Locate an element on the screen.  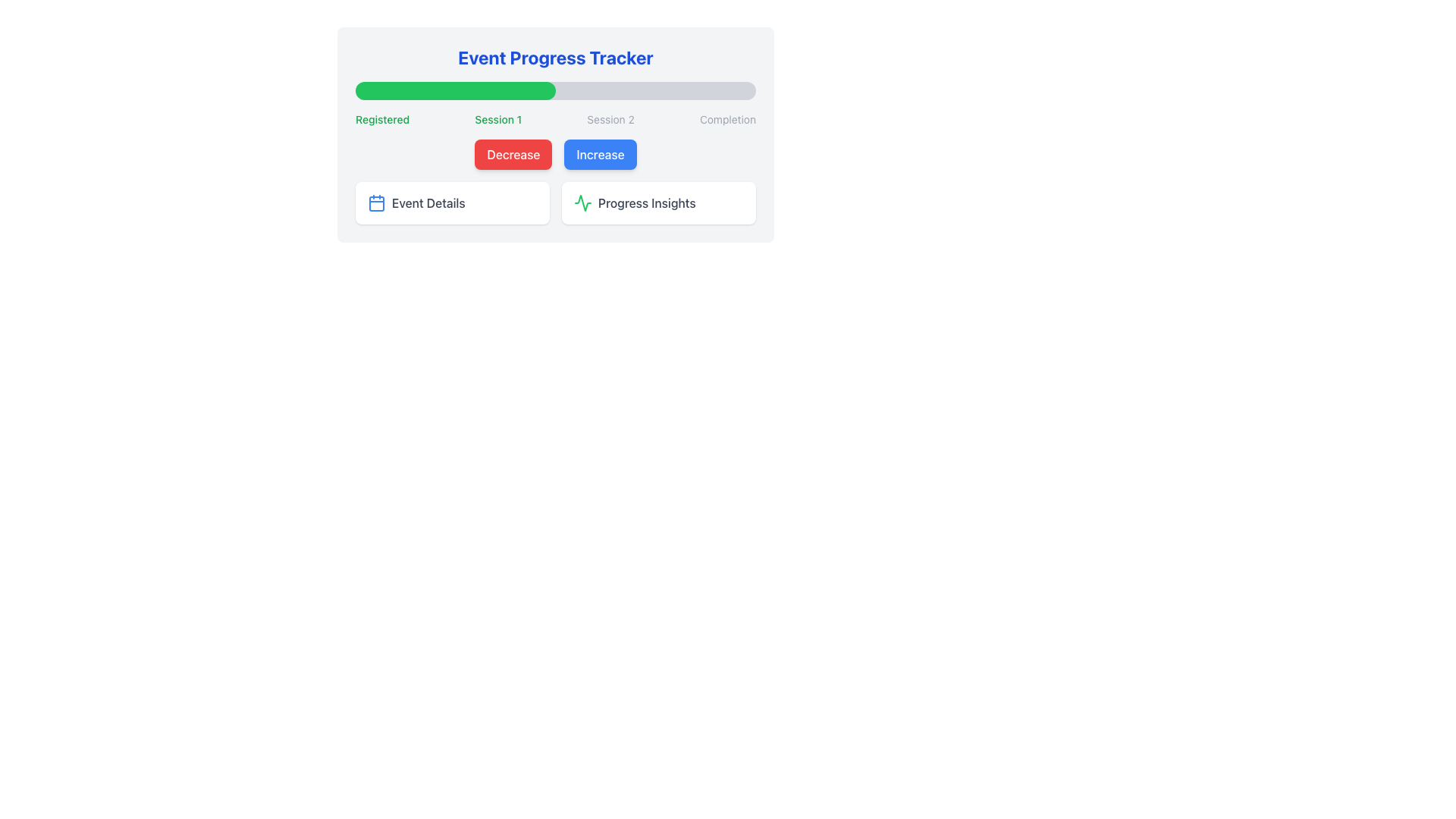
the text label that reads 'Completion', which is styled in gray and is the last element in a sequence of text labels including 'Registered', 'Session 1', and 'Session 2' is located at coordinates (728, 119).